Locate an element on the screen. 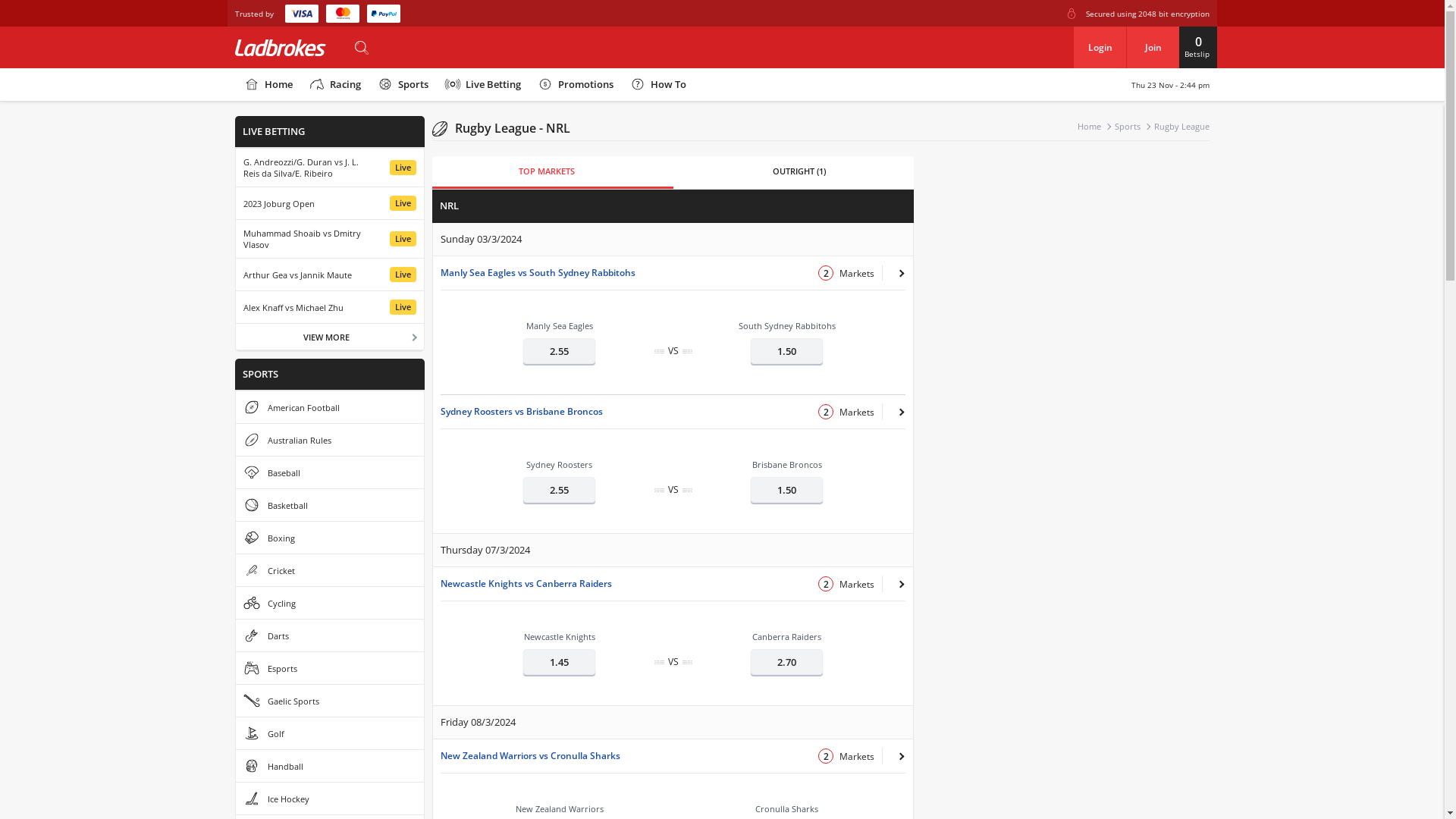  'Australian Rules' is located at coordinates (329, 439).